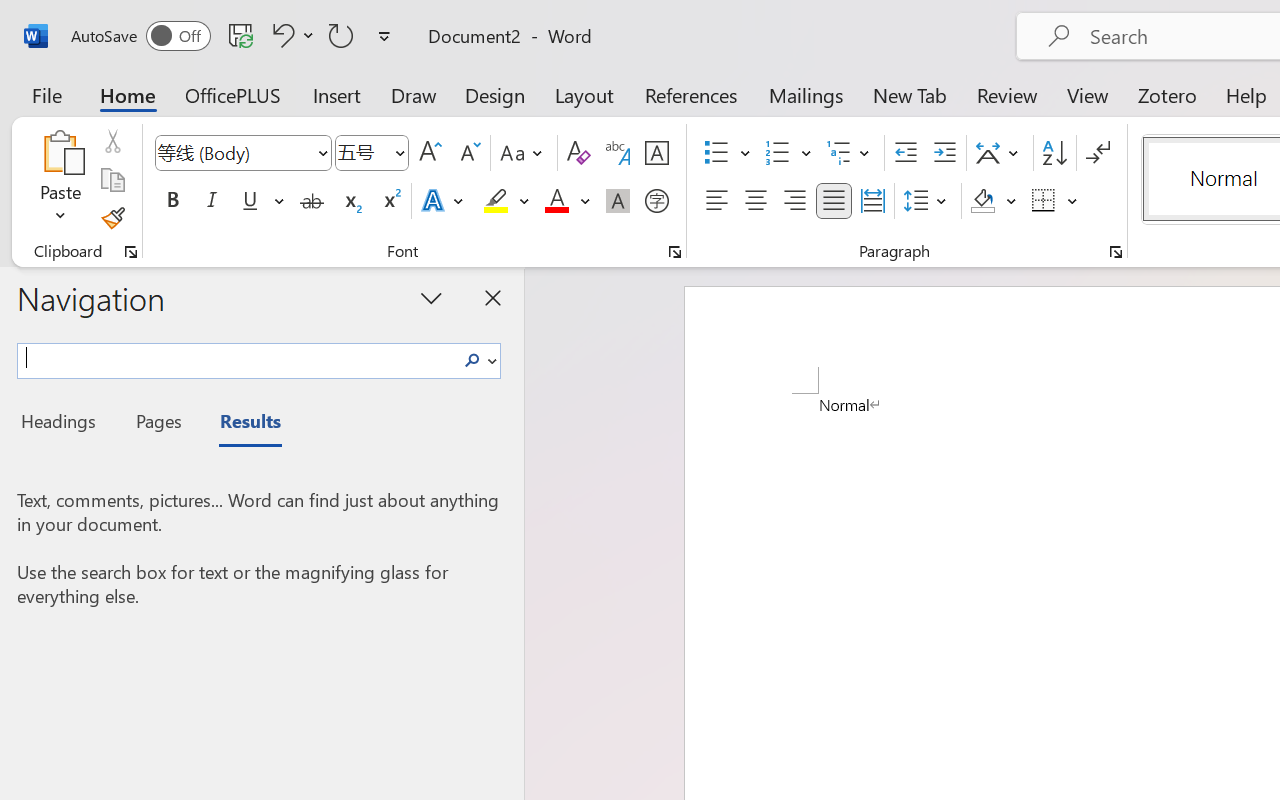 The image size is (1280, 800). Describe the element at coordinates (111, 179) in the screenshot. I see `'Copy'` at that location.